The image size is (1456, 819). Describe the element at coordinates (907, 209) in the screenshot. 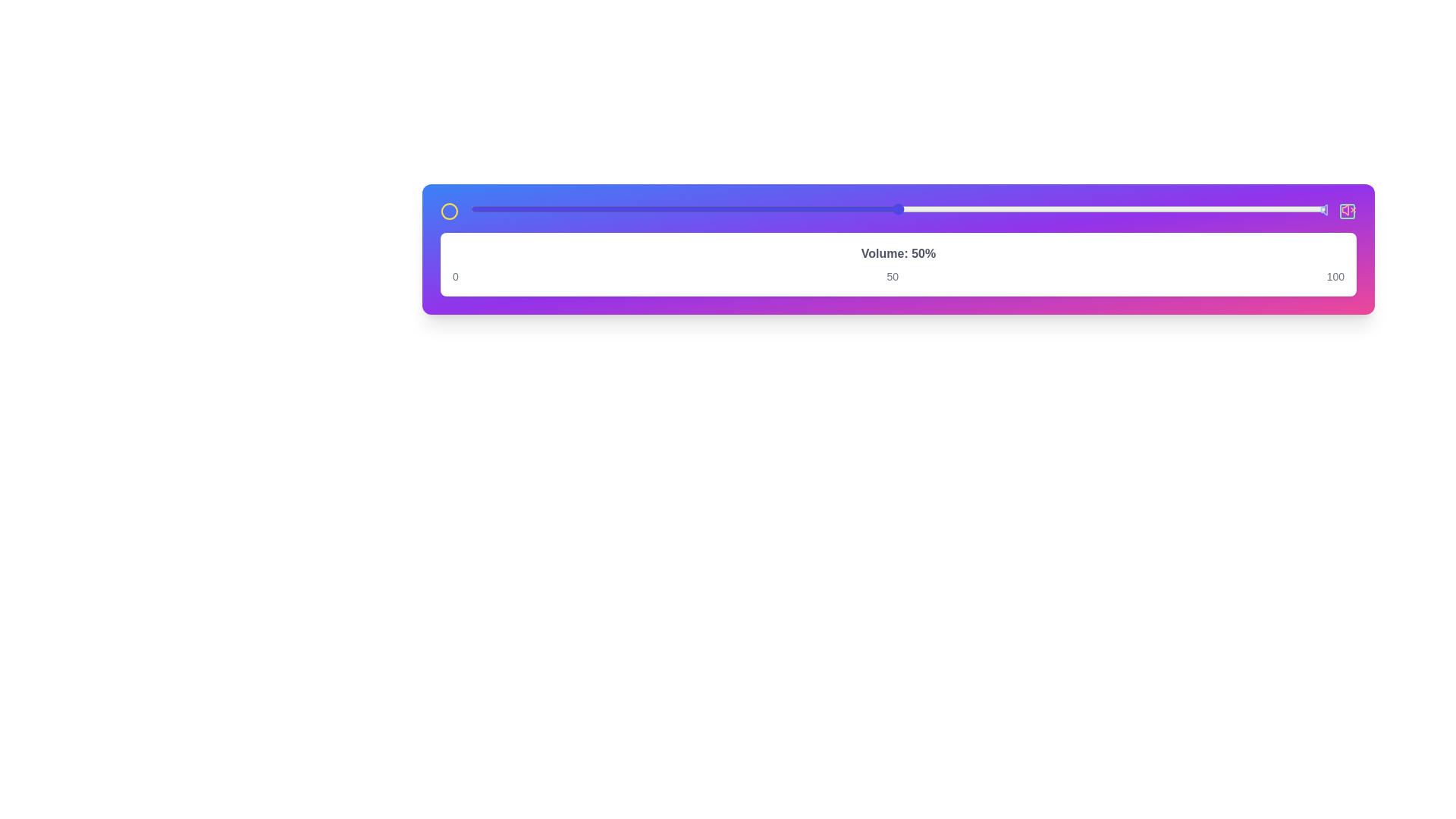

I see `the slider to 51%` at that location.